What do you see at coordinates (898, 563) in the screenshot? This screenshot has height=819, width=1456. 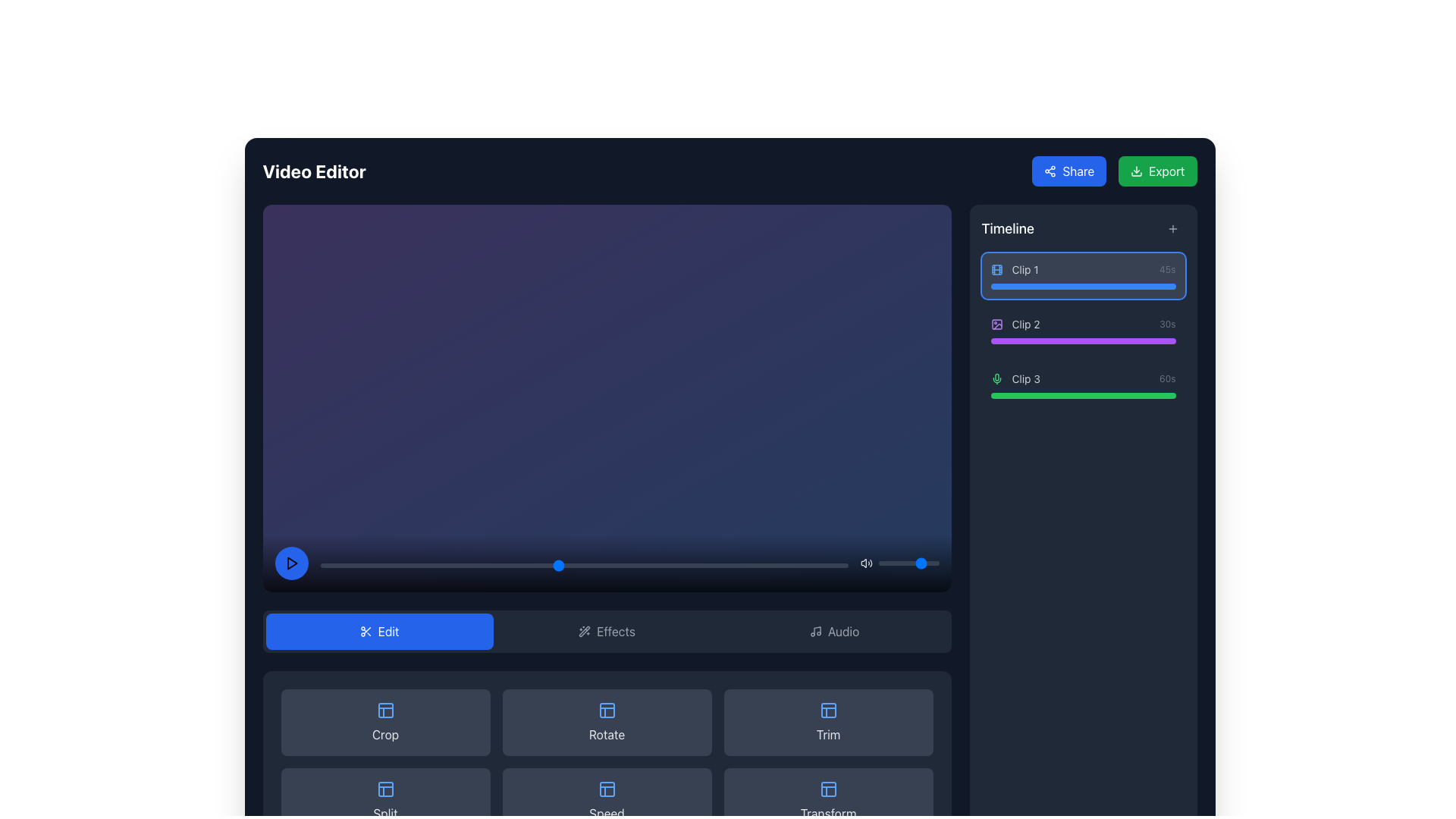 I see `the slider` at bounding box center [898, 563].